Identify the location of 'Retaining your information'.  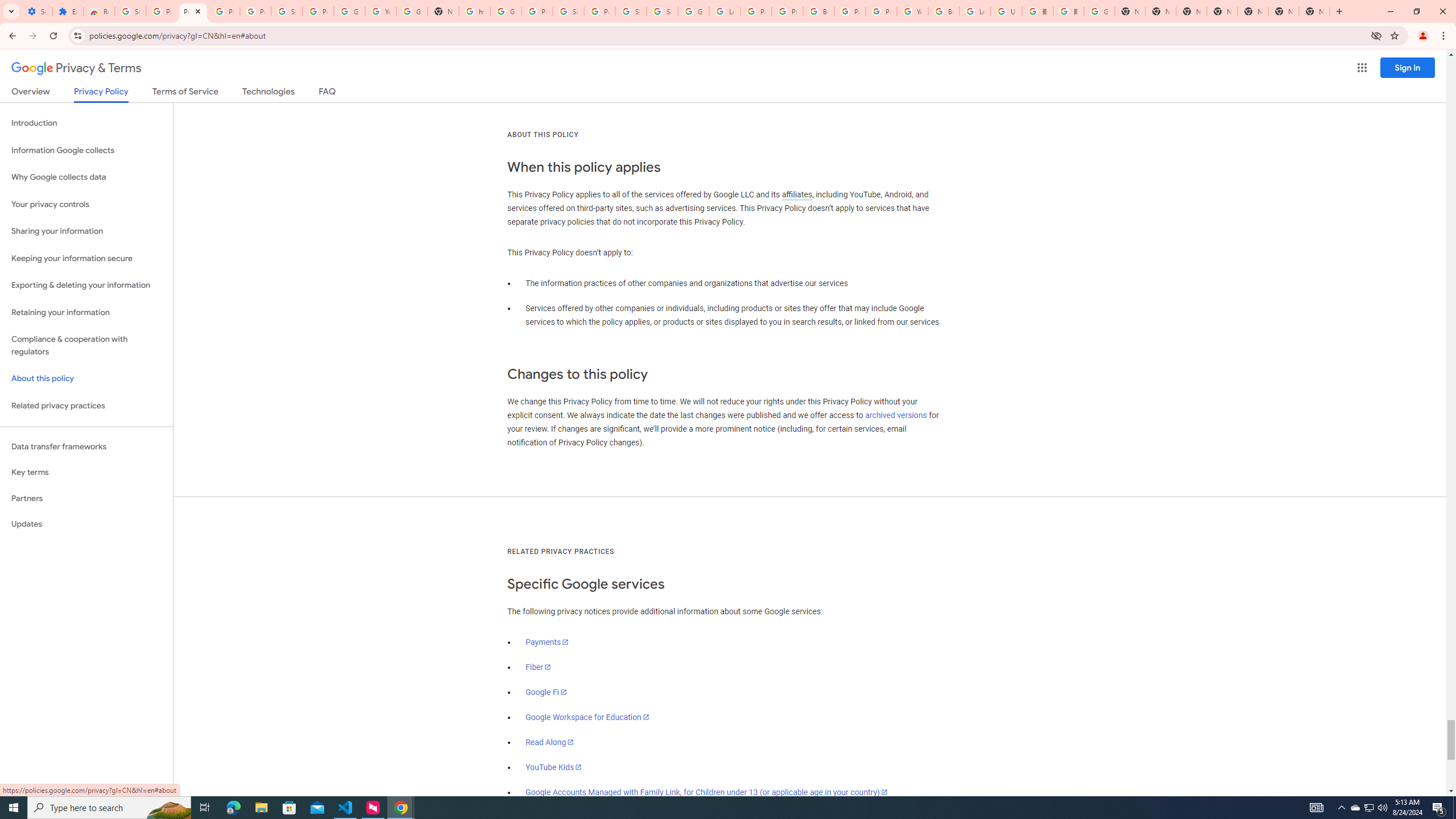
(86, 312).